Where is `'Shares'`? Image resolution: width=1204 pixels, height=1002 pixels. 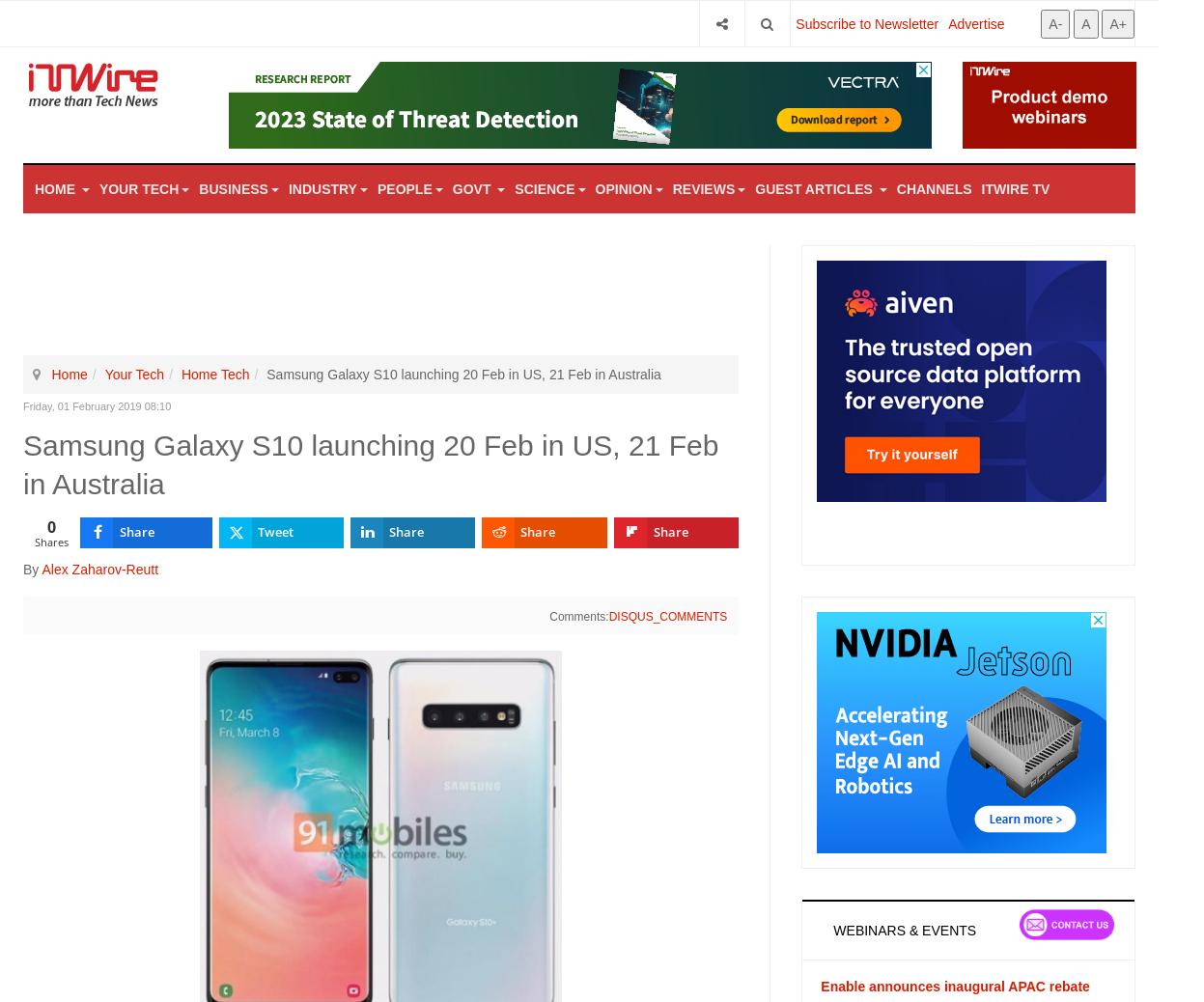 'Shares' is located at coordinates (50, 540).